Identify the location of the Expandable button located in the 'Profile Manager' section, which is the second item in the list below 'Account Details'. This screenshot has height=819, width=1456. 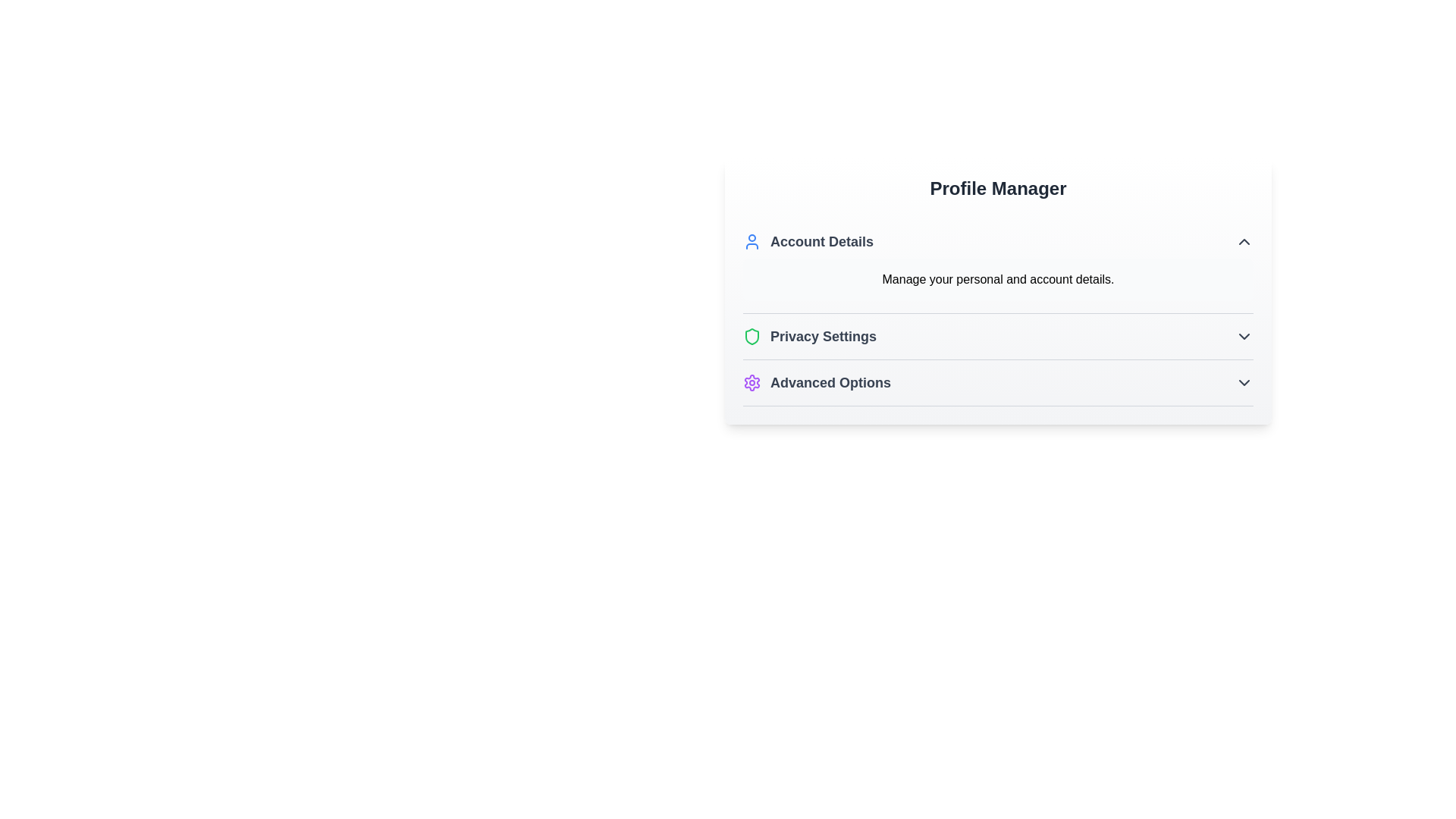
(998, 335).